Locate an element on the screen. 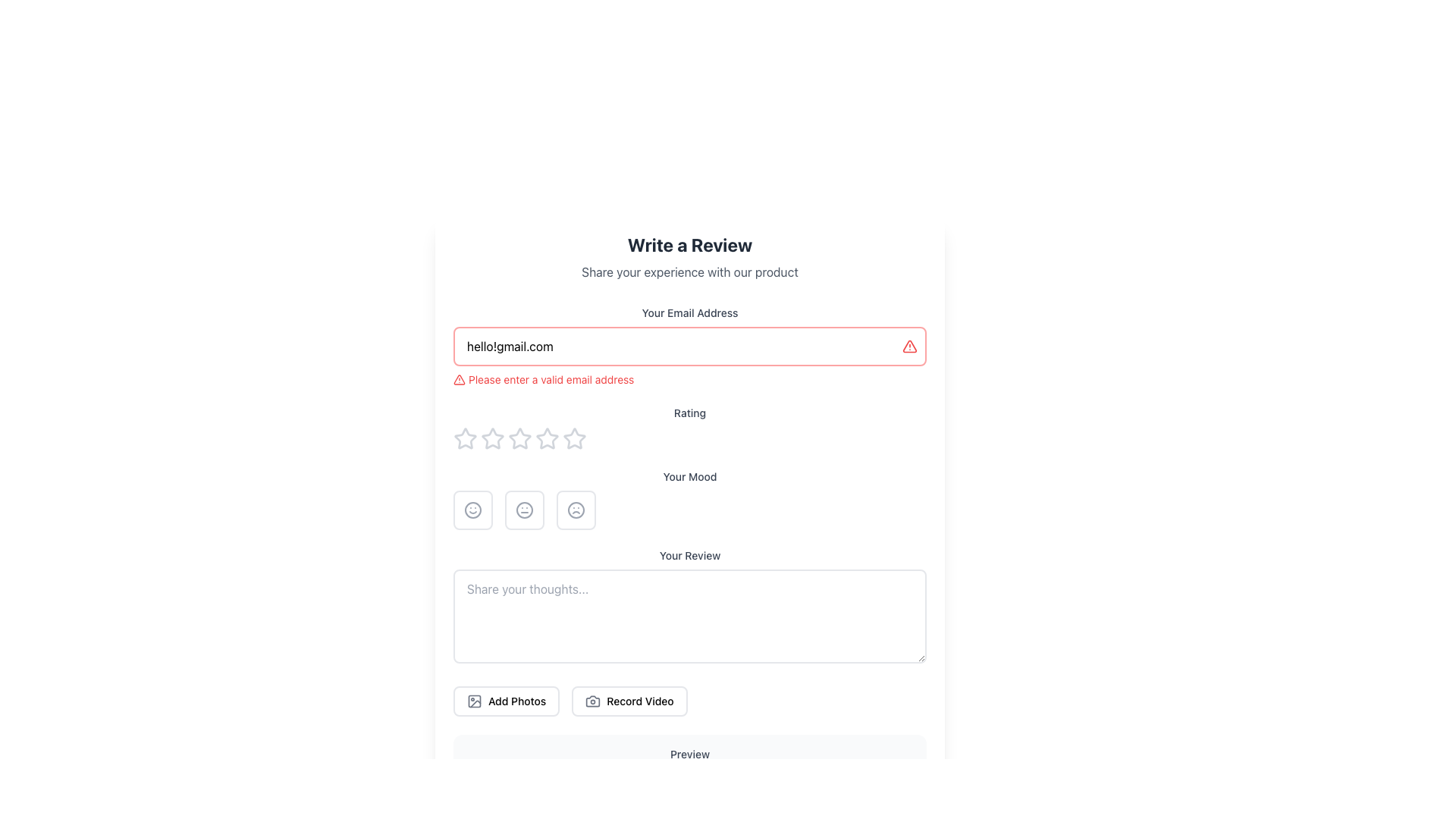 This screenshot has width=1456, height=819. the Warning icon, which is an animated triangle-shaped alert icon with a pulsing red effect, located to the right side of the 'Your Email Address' input field is located at coordinates (910, 346).